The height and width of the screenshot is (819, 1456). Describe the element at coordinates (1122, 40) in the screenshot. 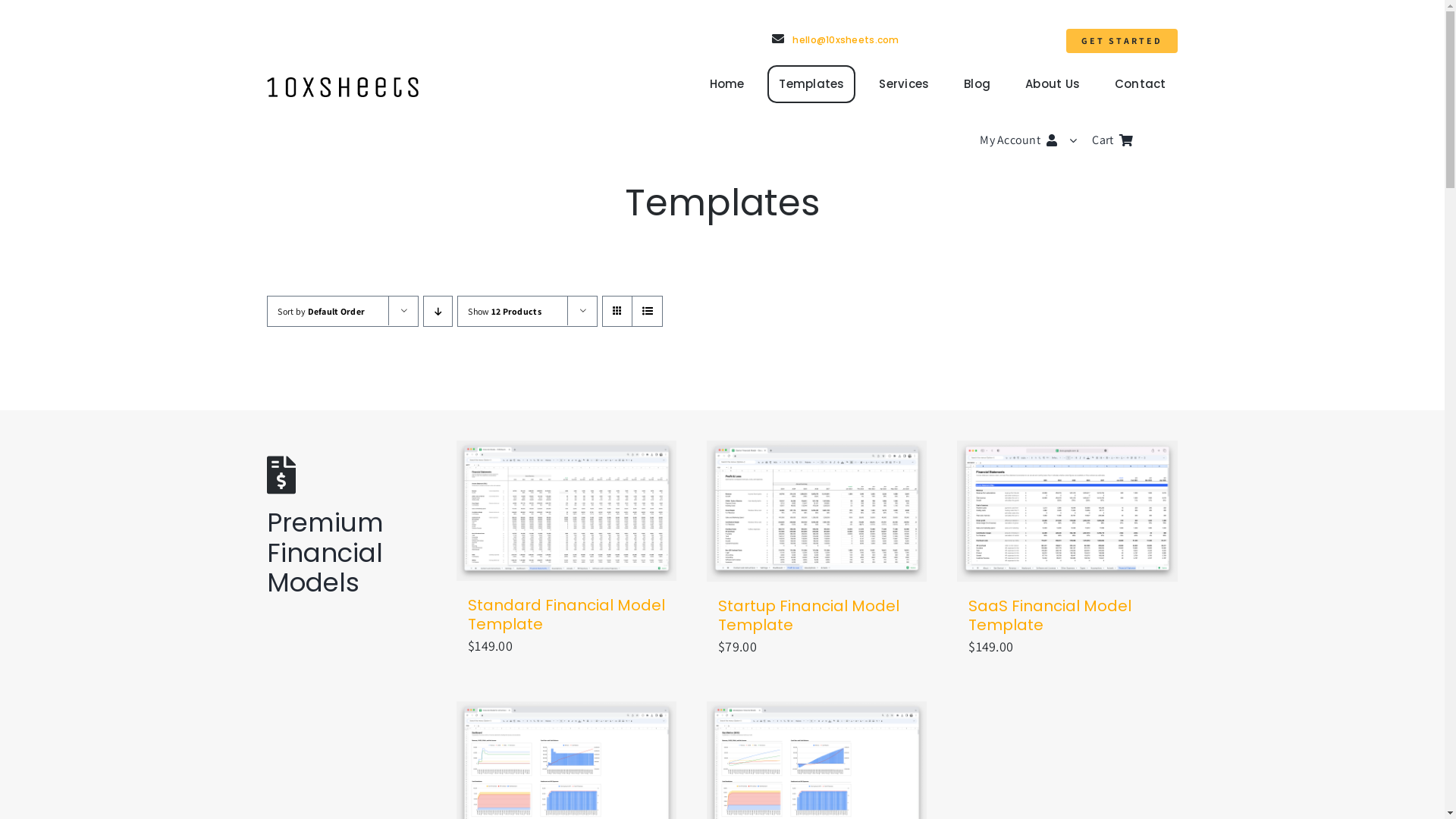

I see `'GET STARTED'` at that location.